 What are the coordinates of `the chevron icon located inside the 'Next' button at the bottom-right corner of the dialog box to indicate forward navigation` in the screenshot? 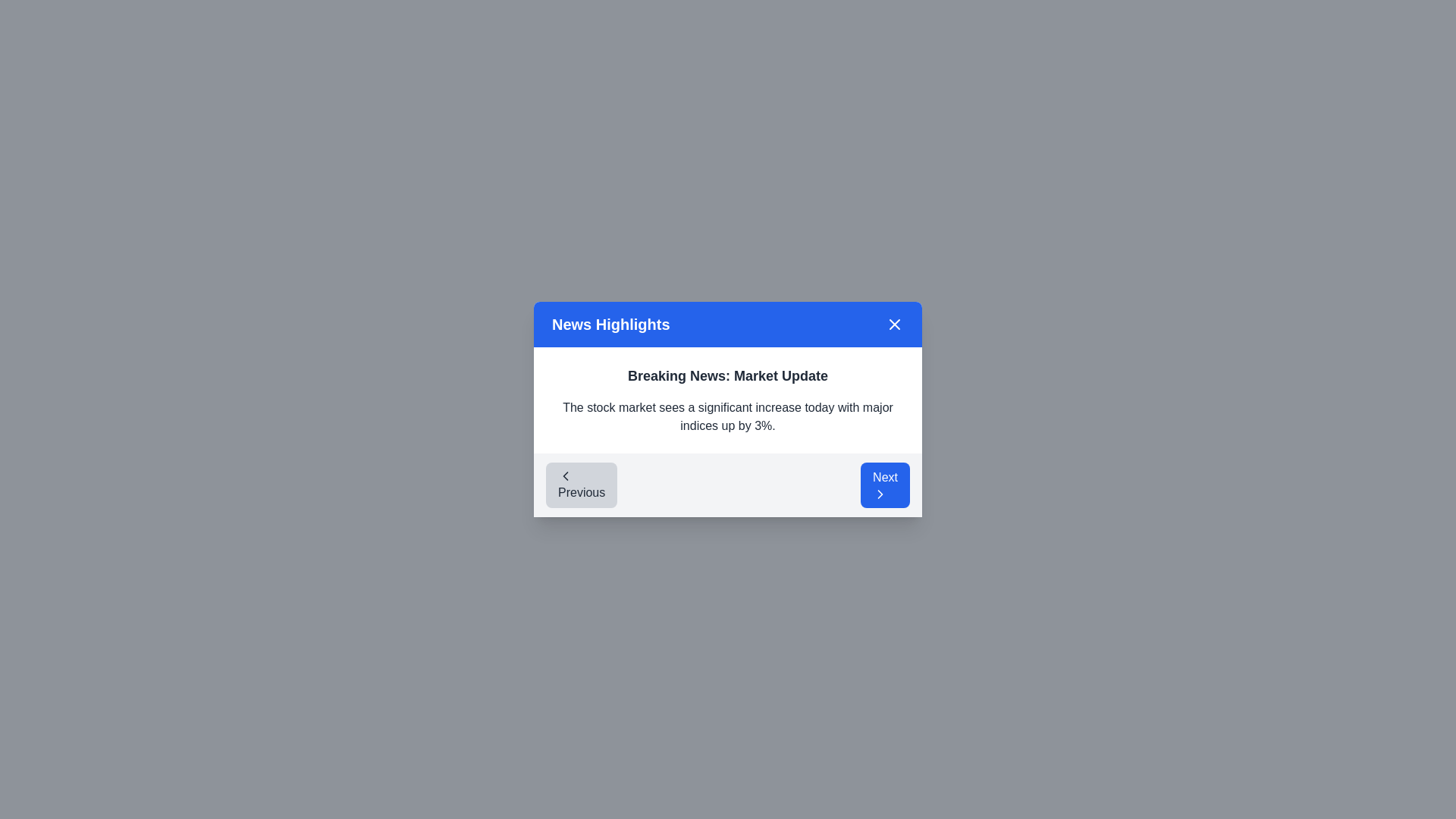 It's located at (880, 494).